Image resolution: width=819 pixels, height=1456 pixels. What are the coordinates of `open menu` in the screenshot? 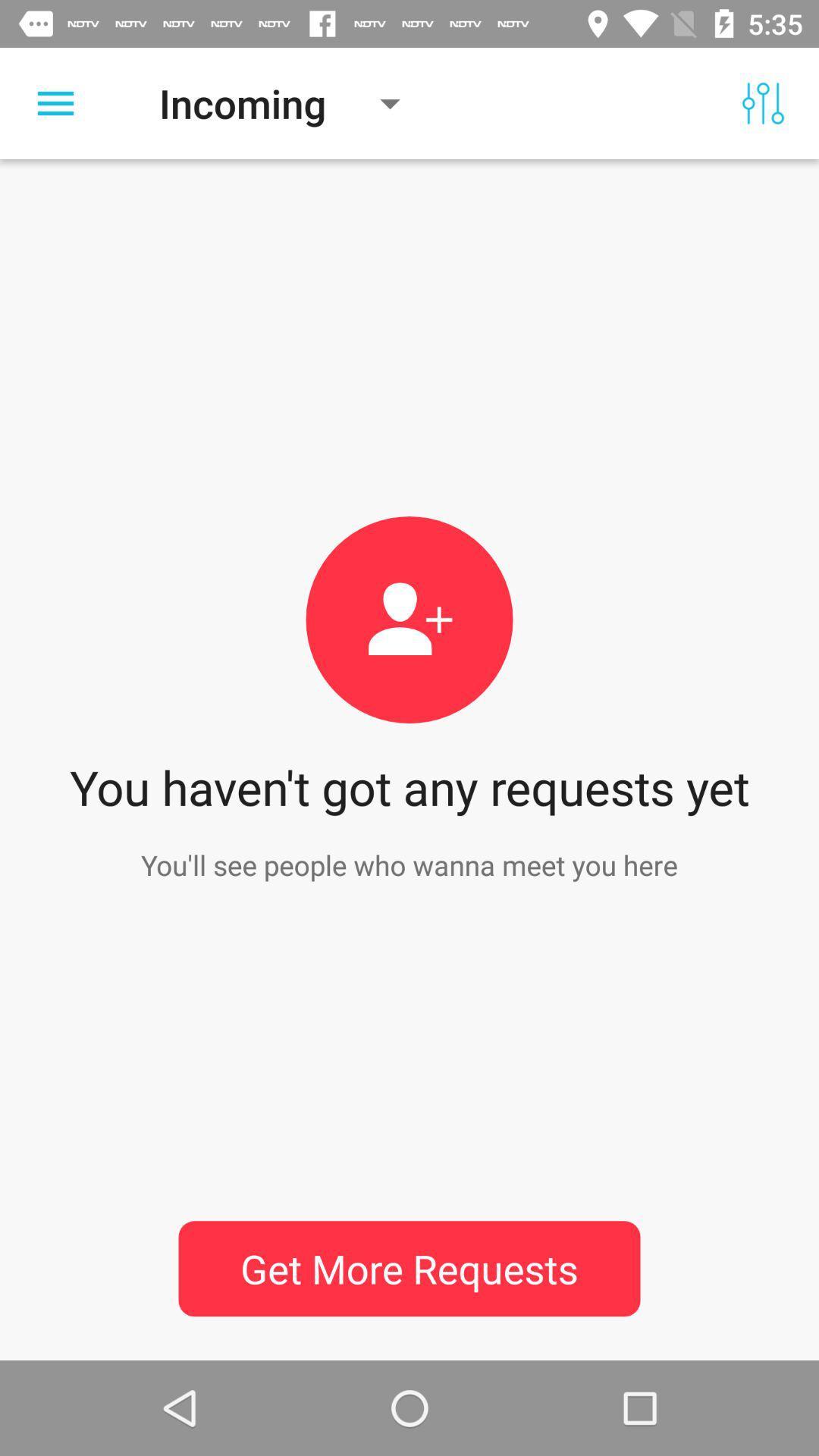 It's located at (55, 102).